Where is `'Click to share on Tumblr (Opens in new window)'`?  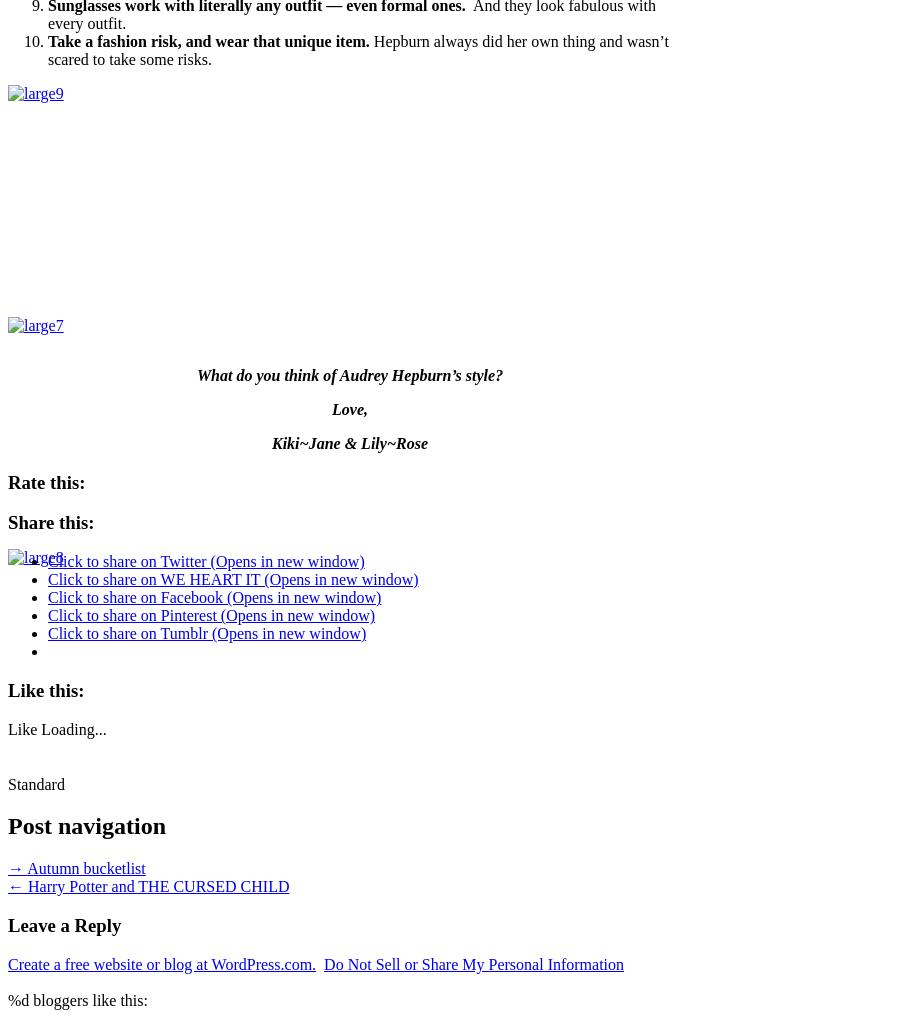 'Click to share on Tumblr (Opens in new window)' is located at coordinates (207, 633).